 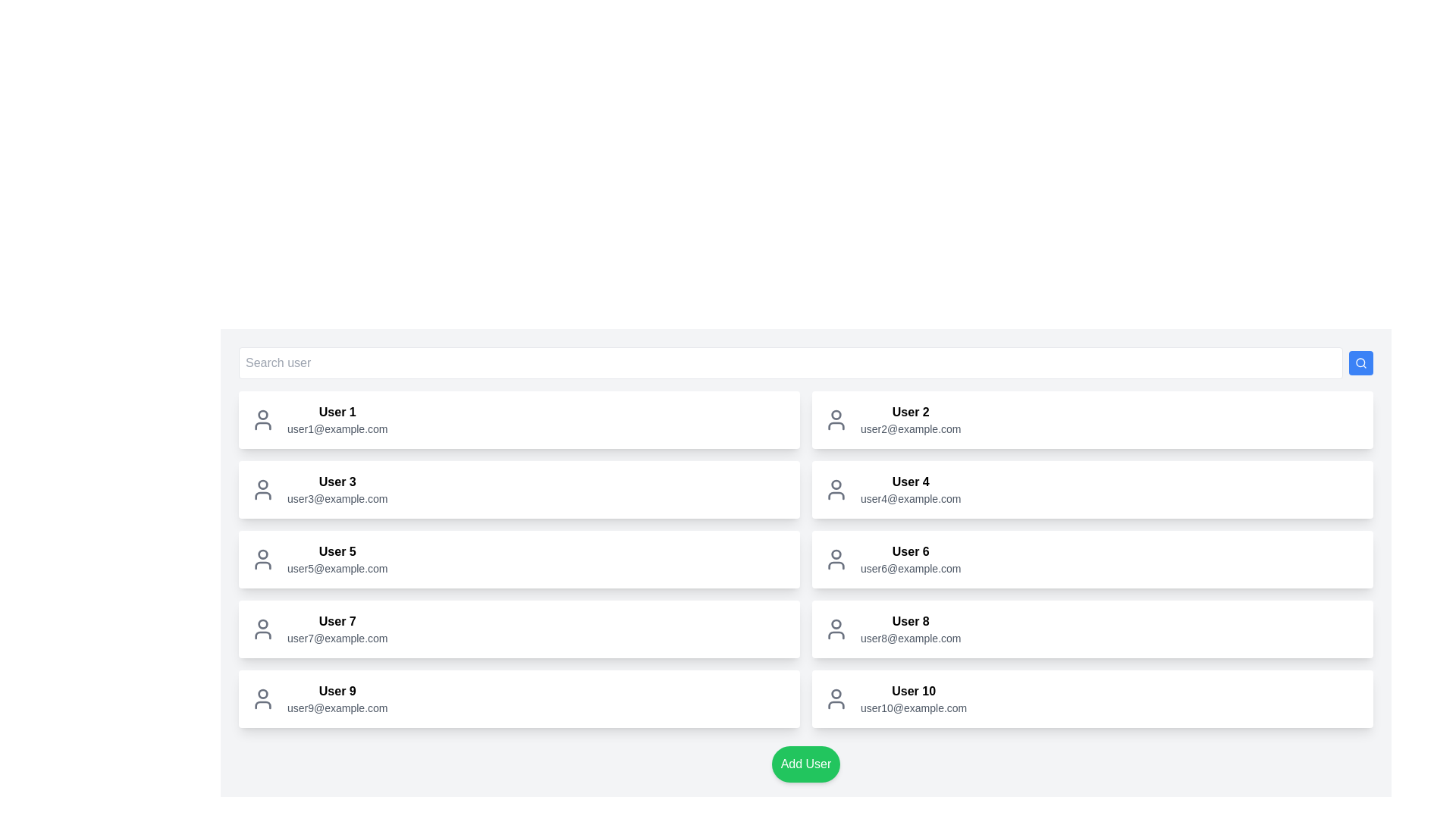 What do you see at coordinates (910, 489) in the screenshot?
I see `the styled text element that identifies 'User 4' in the right column, second row of the user profiles layout` at bounding box center [910, 489].